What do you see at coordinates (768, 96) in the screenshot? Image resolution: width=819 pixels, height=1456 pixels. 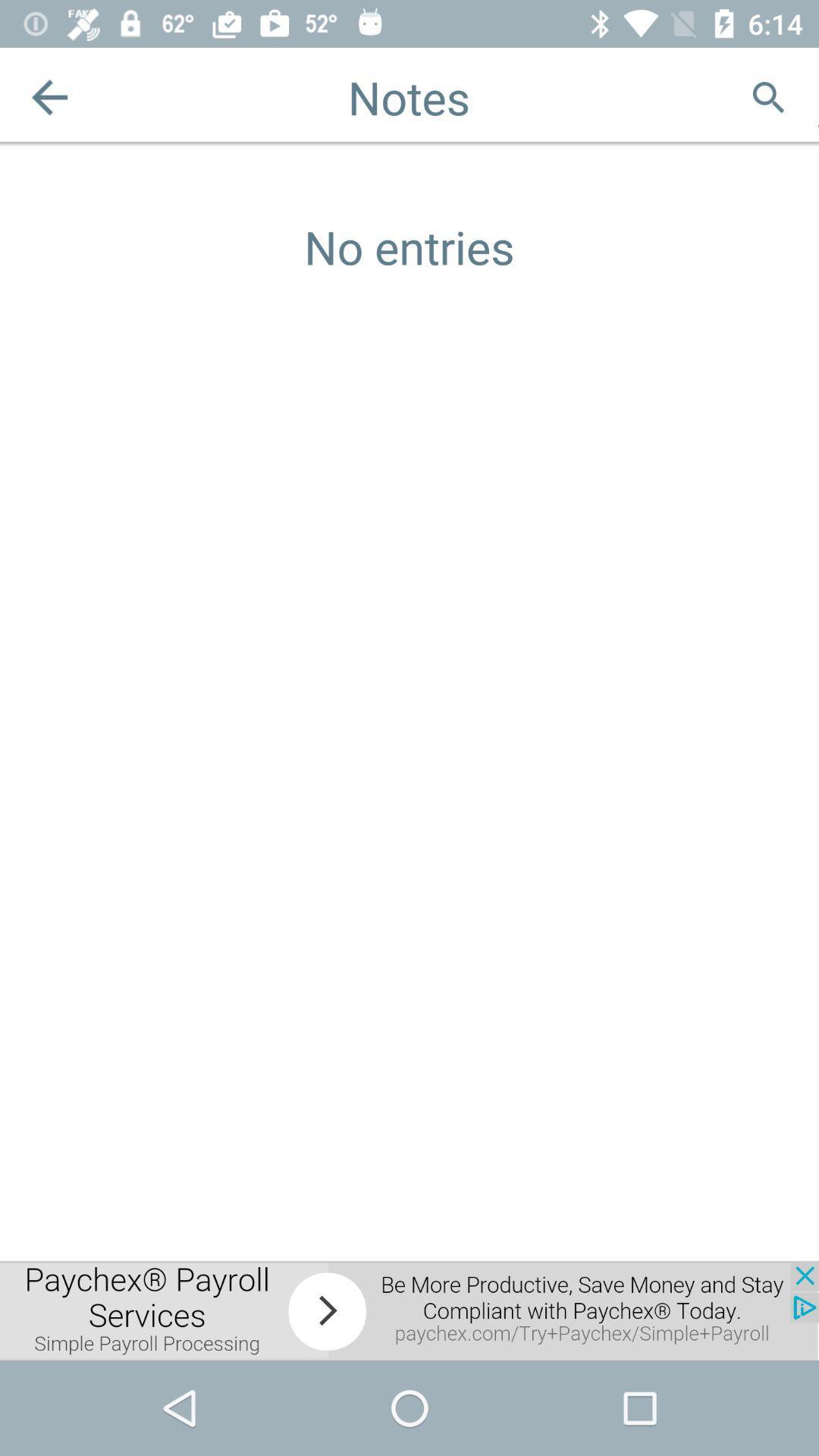 I see `search option` at bounding box center [768, 96].